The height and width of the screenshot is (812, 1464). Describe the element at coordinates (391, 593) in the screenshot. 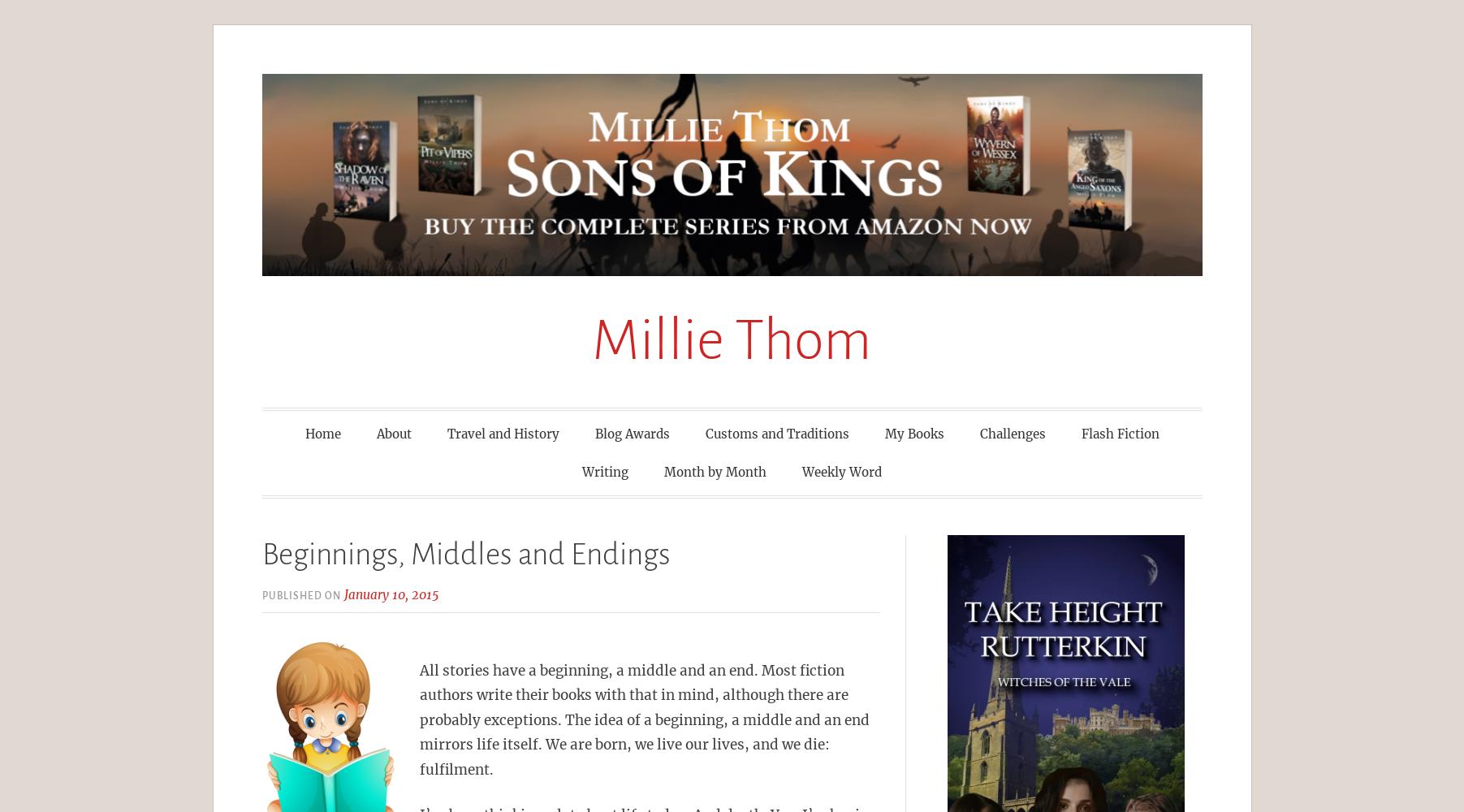

I see `'January 10, 2015'` at that location.